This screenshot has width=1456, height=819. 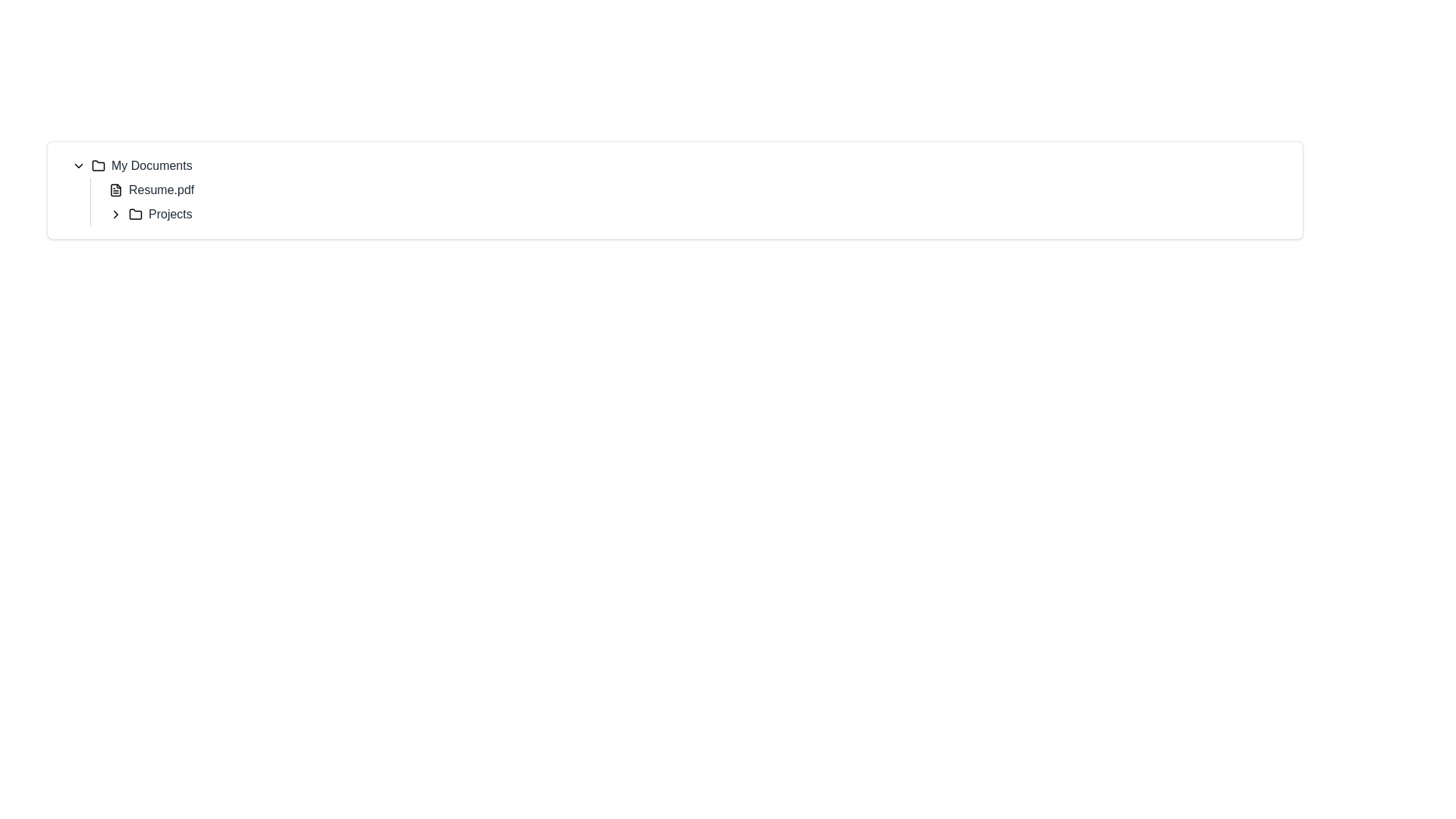 What do you see at coordinates (115, 189) in the screenshot?
I see `the text file icon preceding the text 'Resume.pdf' by moving the cursor to its center point` at bounding box center [115, 189].